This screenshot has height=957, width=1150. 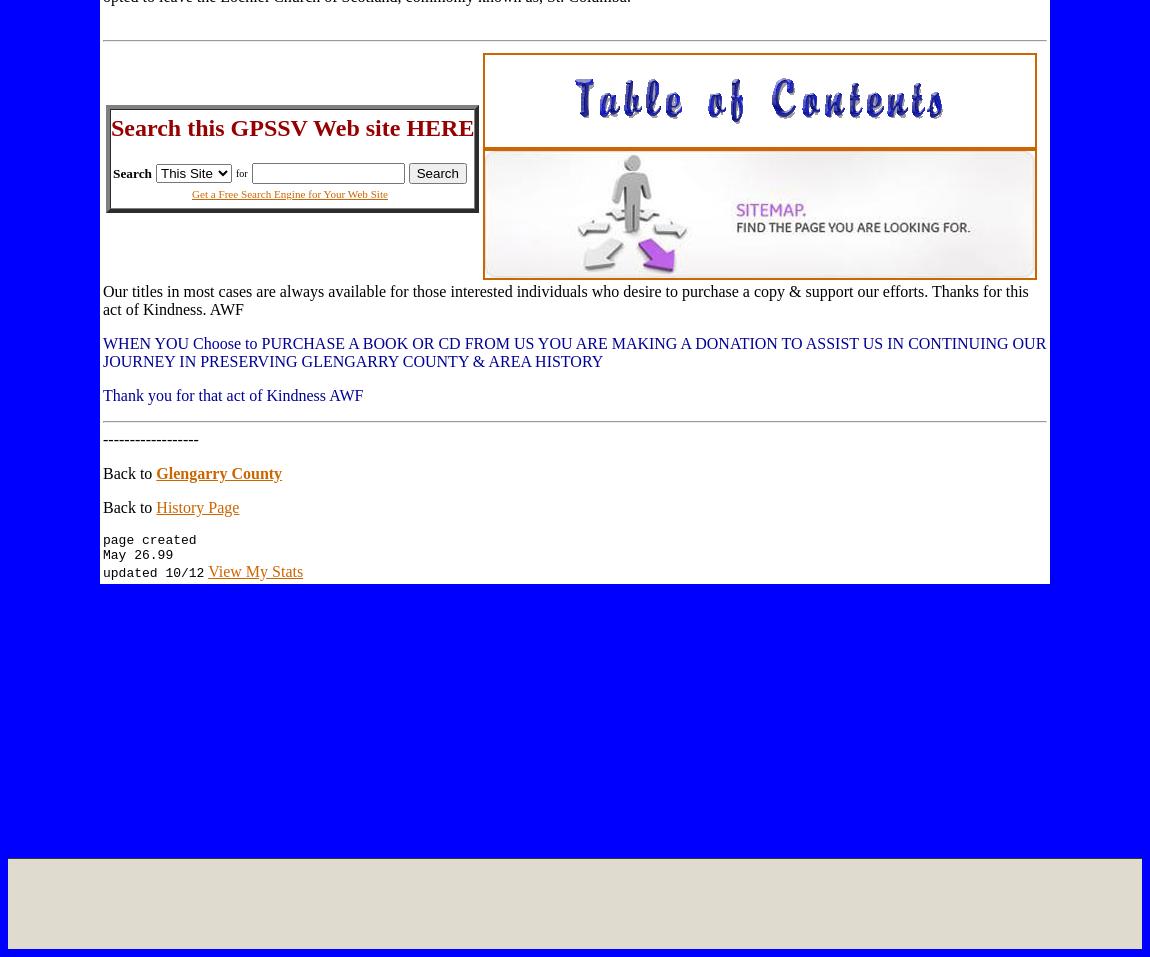 What do you see at coordinates (565, 300) in the screenshot?
I see `'Our titles in most cases are always available for those interested individuals who desire to purchase a copy & support our efforts. Thanks for this act of Kindness.  AWF'` at bounding box center [565, 300].